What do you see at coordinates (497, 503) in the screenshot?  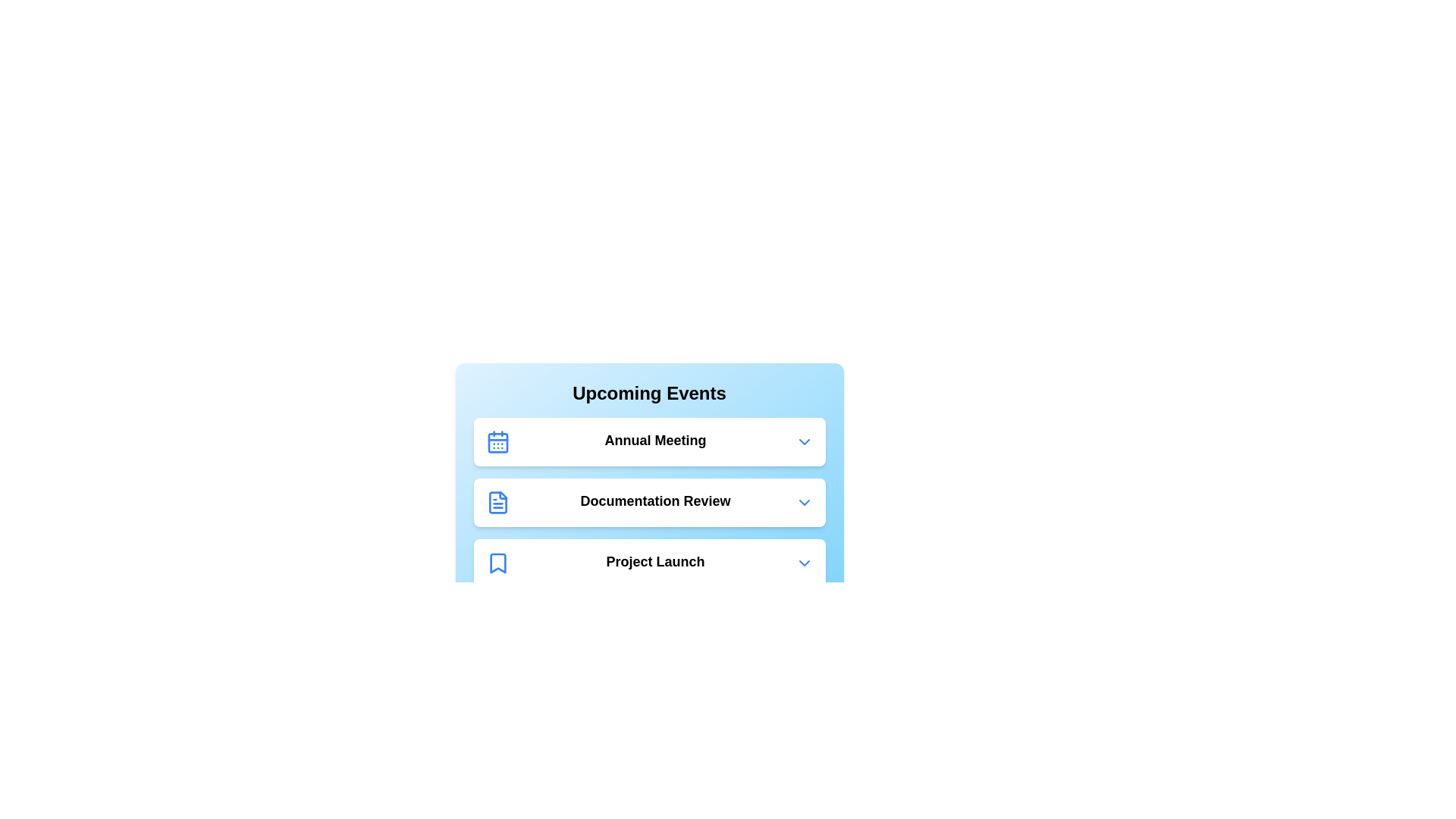 I see `the icon associated with Documentation Review` at bounding box center [497, 503].